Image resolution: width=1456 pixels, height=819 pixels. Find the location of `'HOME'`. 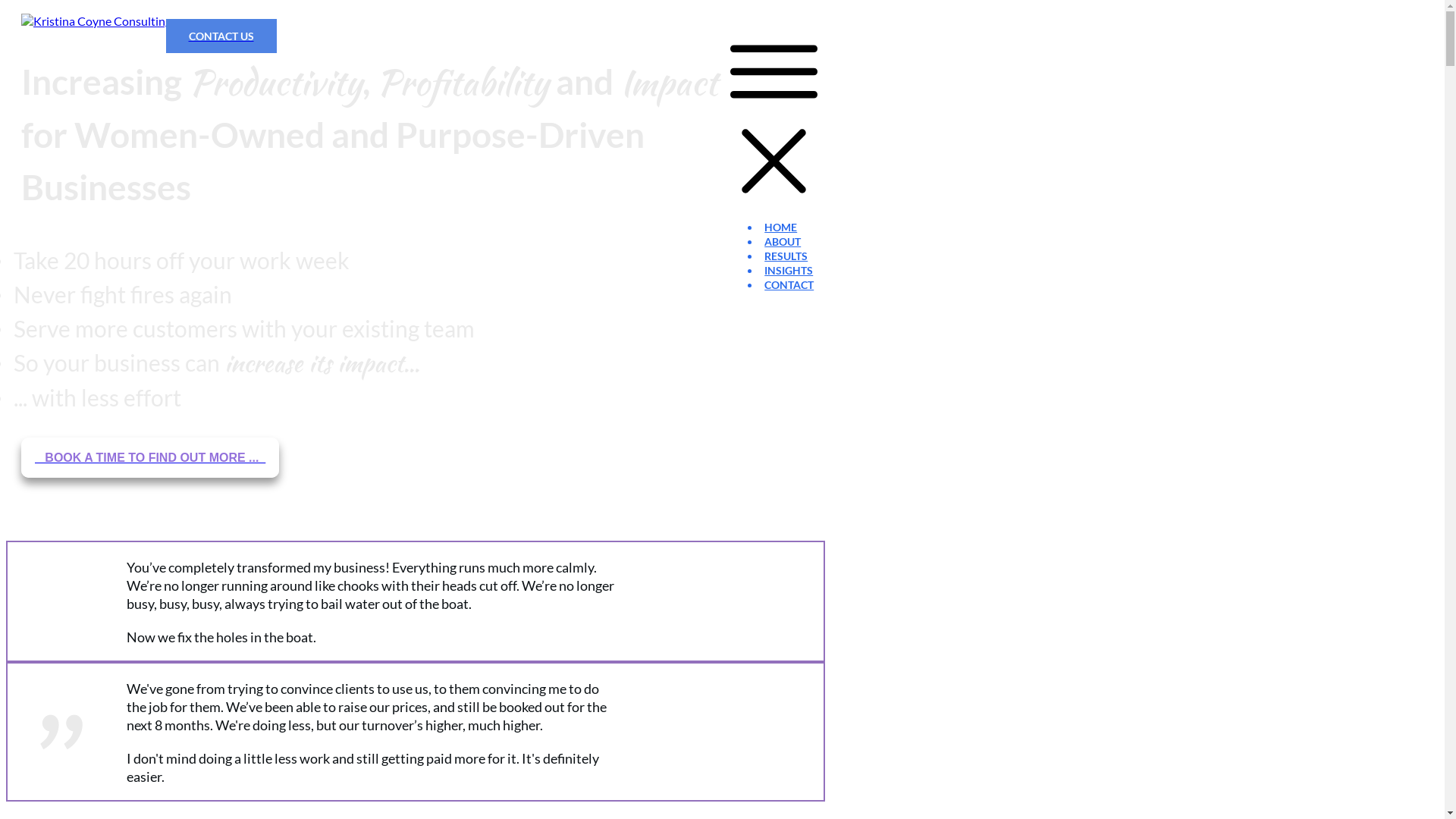

'HOME' is located at coordinates (780, 227).